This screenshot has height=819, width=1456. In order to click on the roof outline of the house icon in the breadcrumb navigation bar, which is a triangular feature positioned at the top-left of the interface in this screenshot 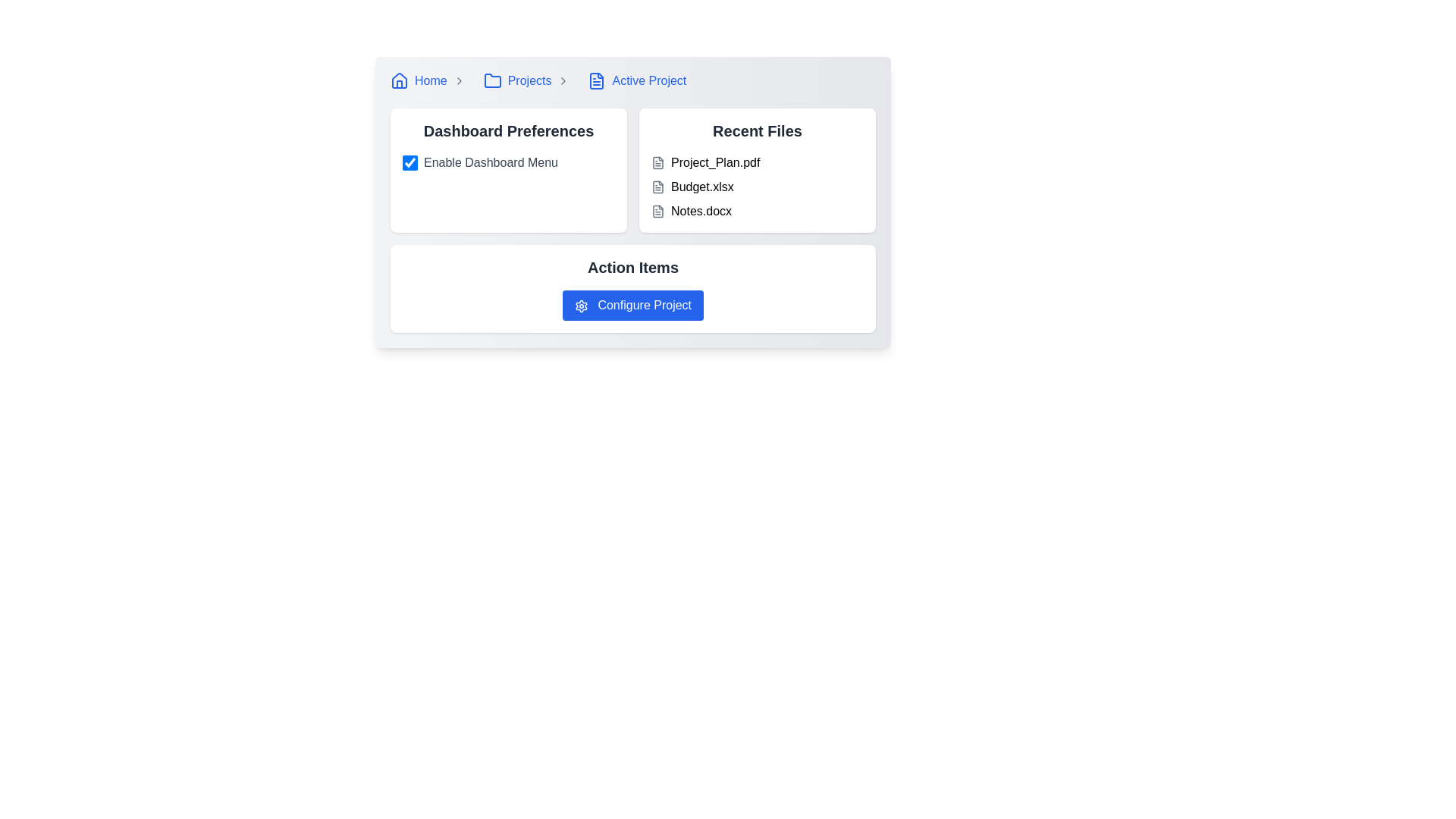, I will do `click(400, 80)`.